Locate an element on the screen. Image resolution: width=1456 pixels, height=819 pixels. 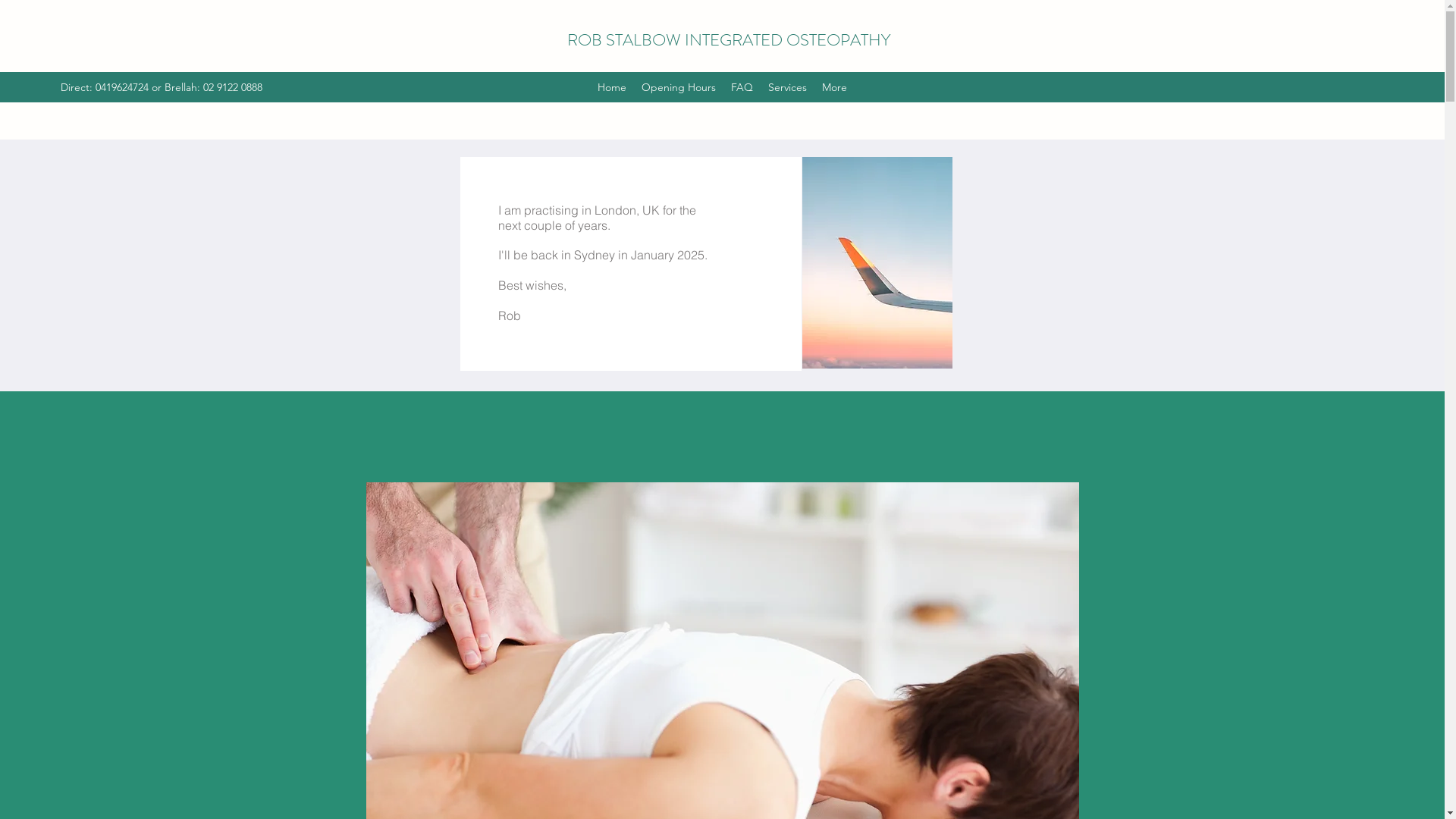
'Opening Hours' is located at coordinates (677, 87).